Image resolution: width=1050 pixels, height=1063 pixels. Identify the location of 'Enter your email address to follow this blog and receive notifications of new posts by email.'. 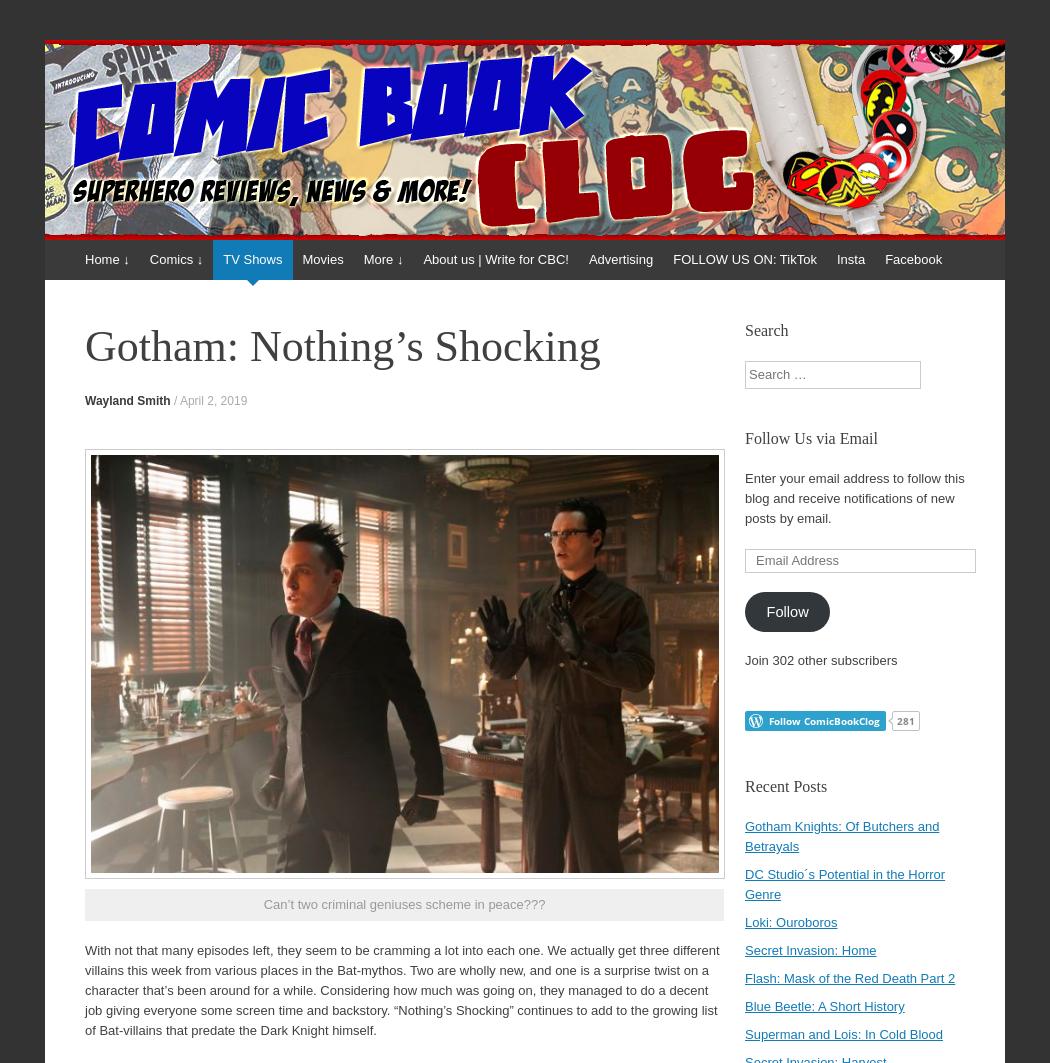
(854, 498).